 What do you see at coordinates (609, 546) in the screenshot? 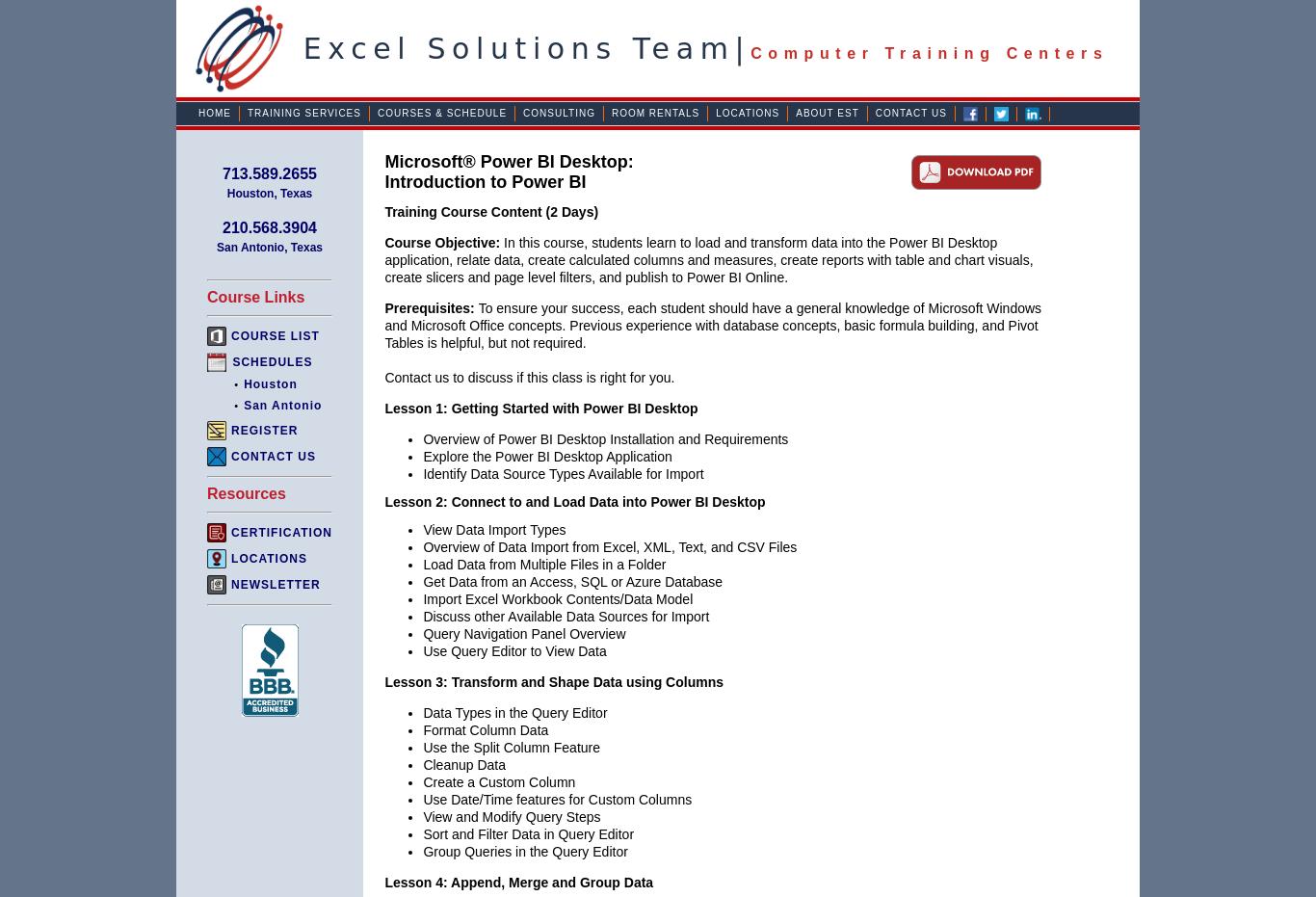
I see `'Overview of Data Import from Excel, XML, Text, and CSV Files'` at bounding box center [609, 546].